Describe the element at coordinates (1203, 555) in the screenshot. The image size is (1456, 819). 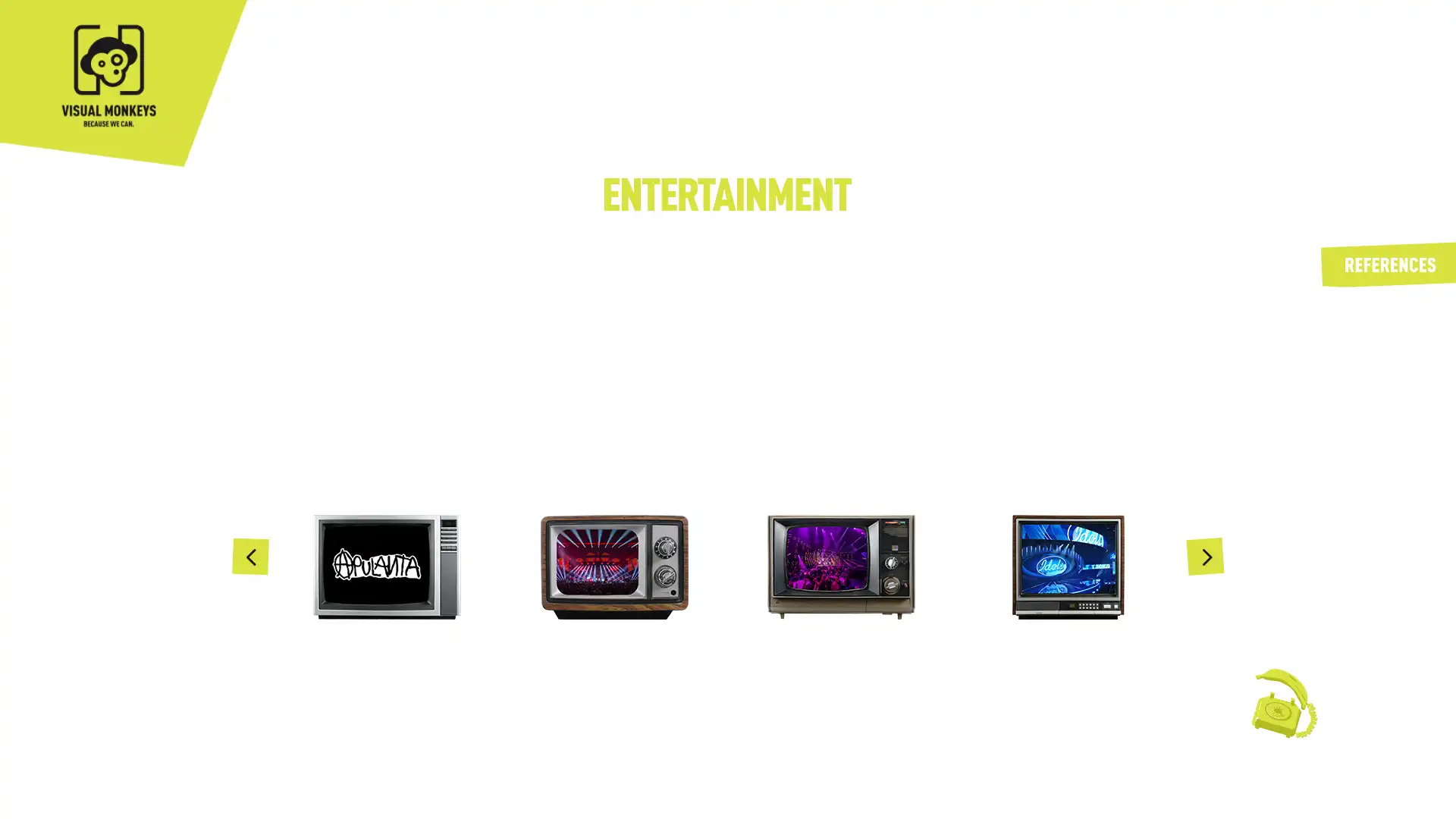
I see `Next slide` at that location.